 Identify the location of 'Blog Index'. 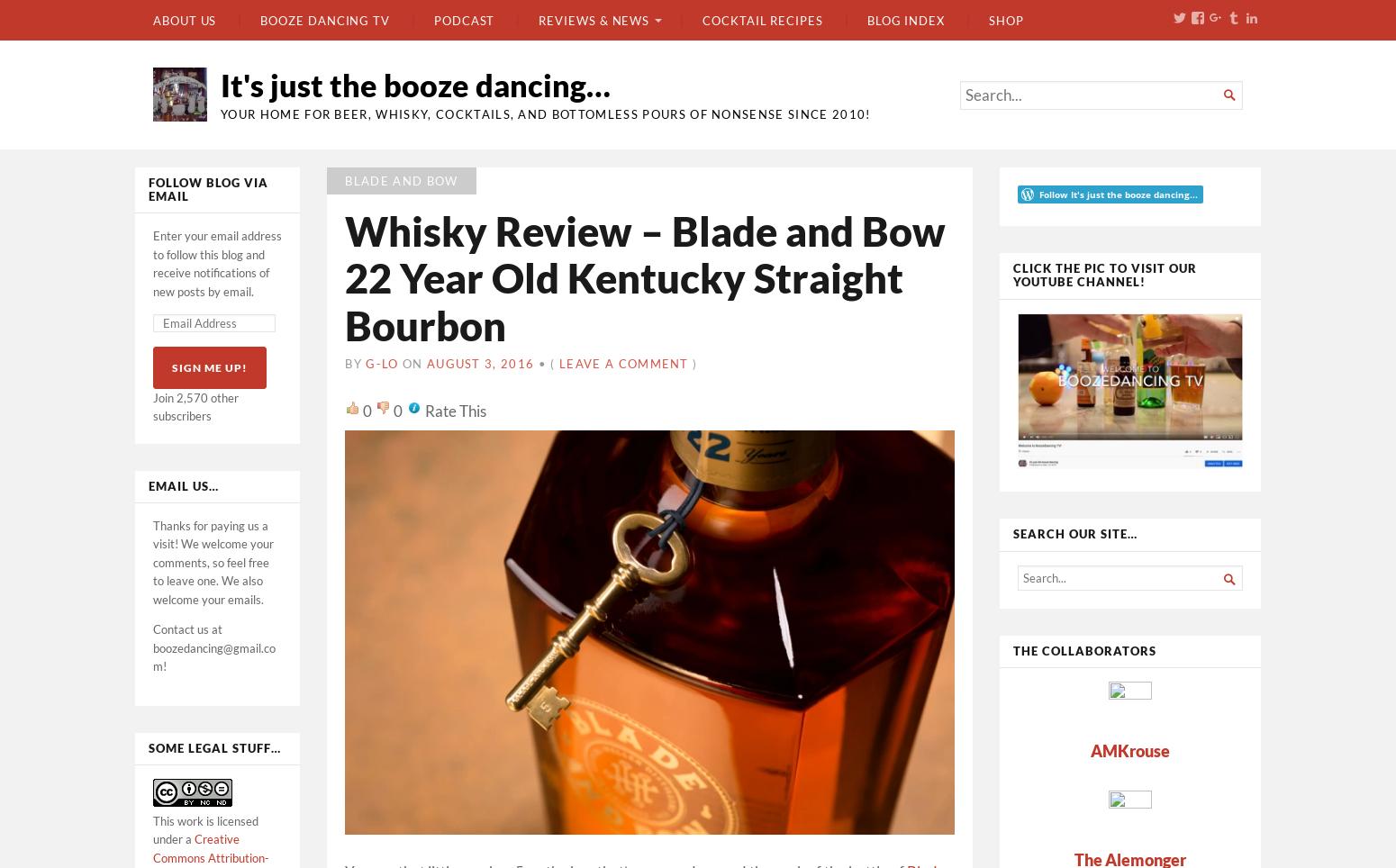
(904, 18).